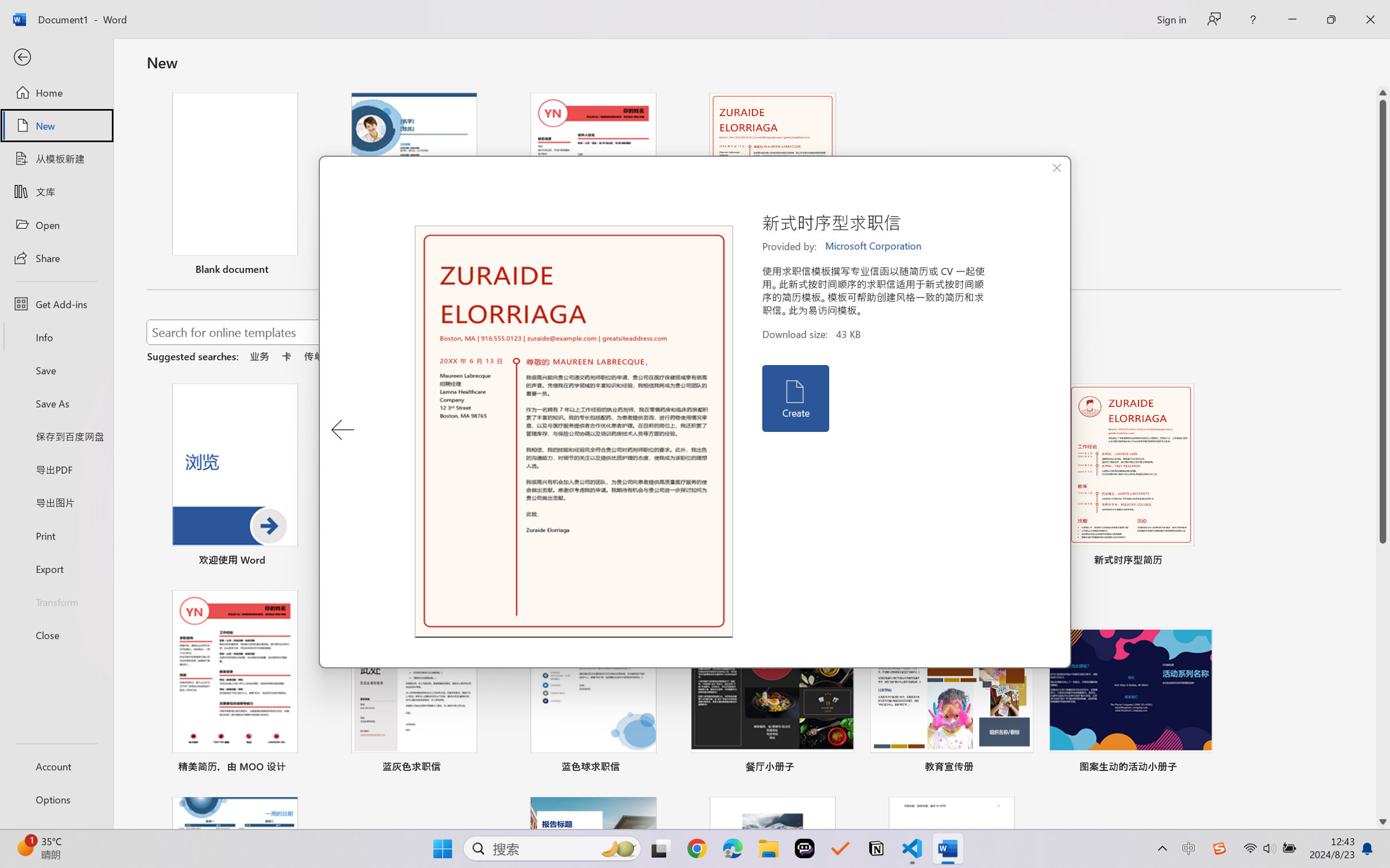 The height and width of the screenshot is (868, 1390). What do you see at coordinates (56, 336) in the screenshot?
I see `'Info'` at bounding box center [56, 336].